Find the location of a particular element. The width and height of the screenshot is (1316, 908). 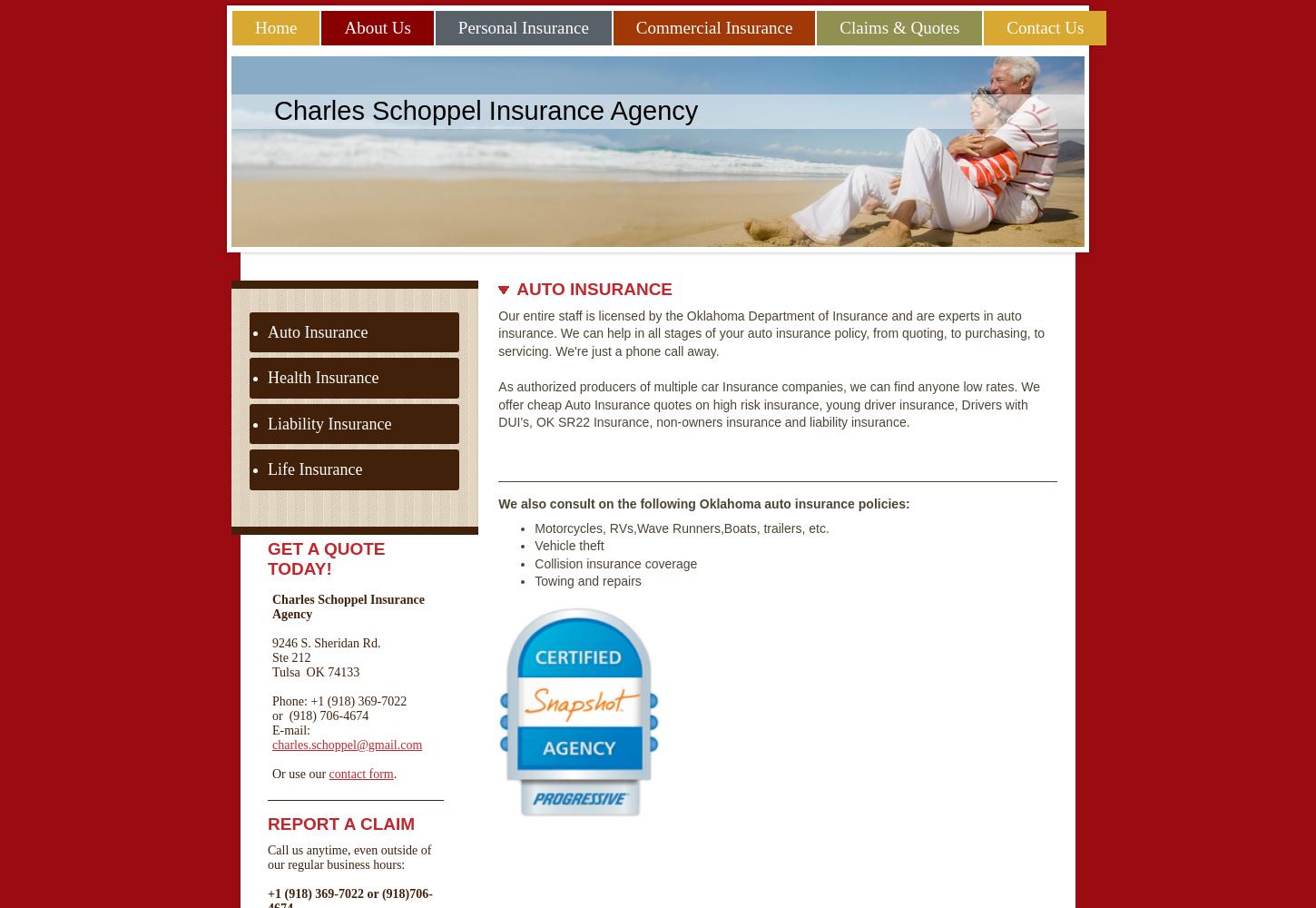

'Collision insurance coverage' is located at coordinates (614, 562).